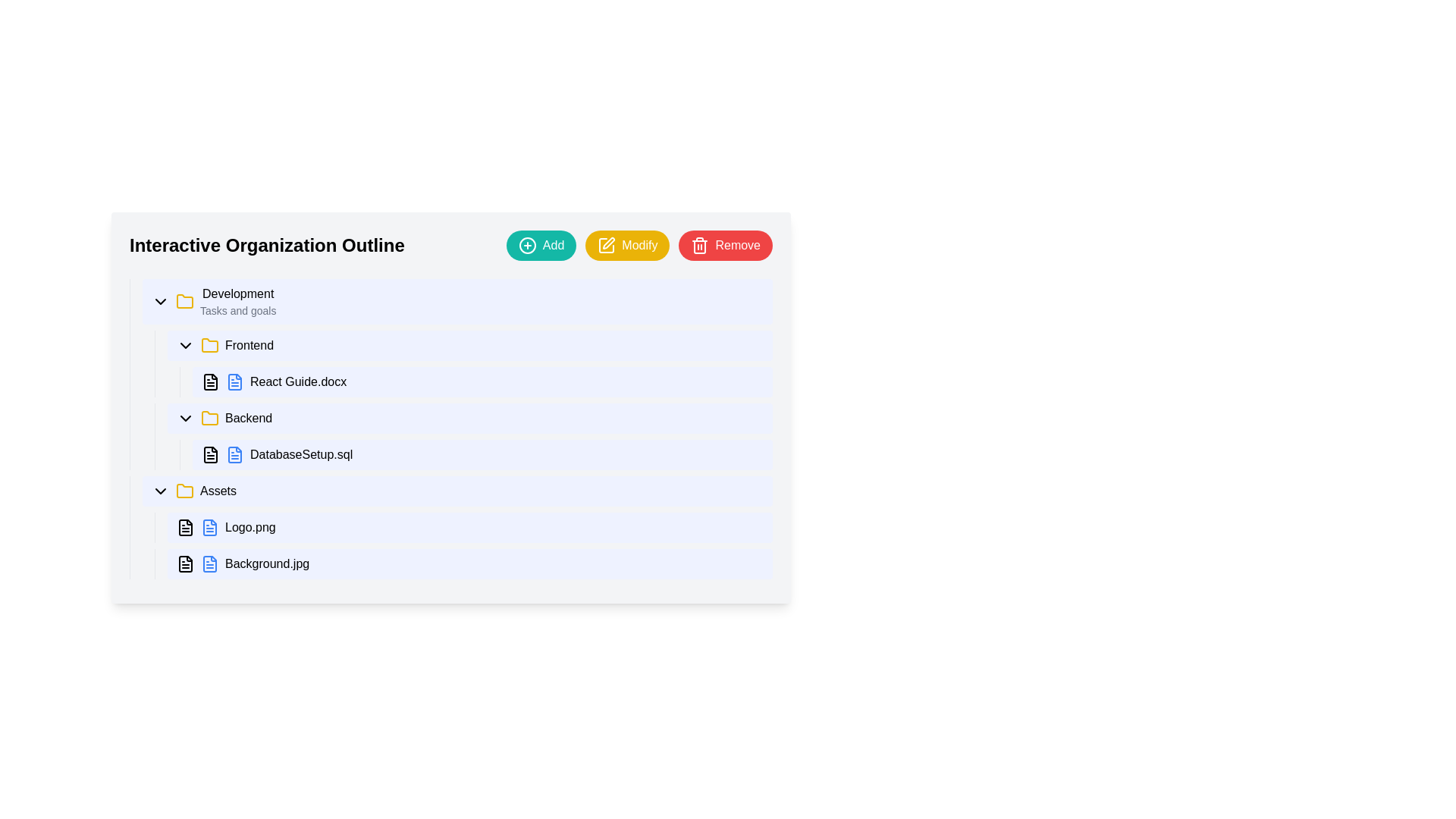 The height and width of the screenshot is (819, 1456). I want to click on the folder icon representing the 'Frontend' section in the 'Development' category, so click(209, 345).